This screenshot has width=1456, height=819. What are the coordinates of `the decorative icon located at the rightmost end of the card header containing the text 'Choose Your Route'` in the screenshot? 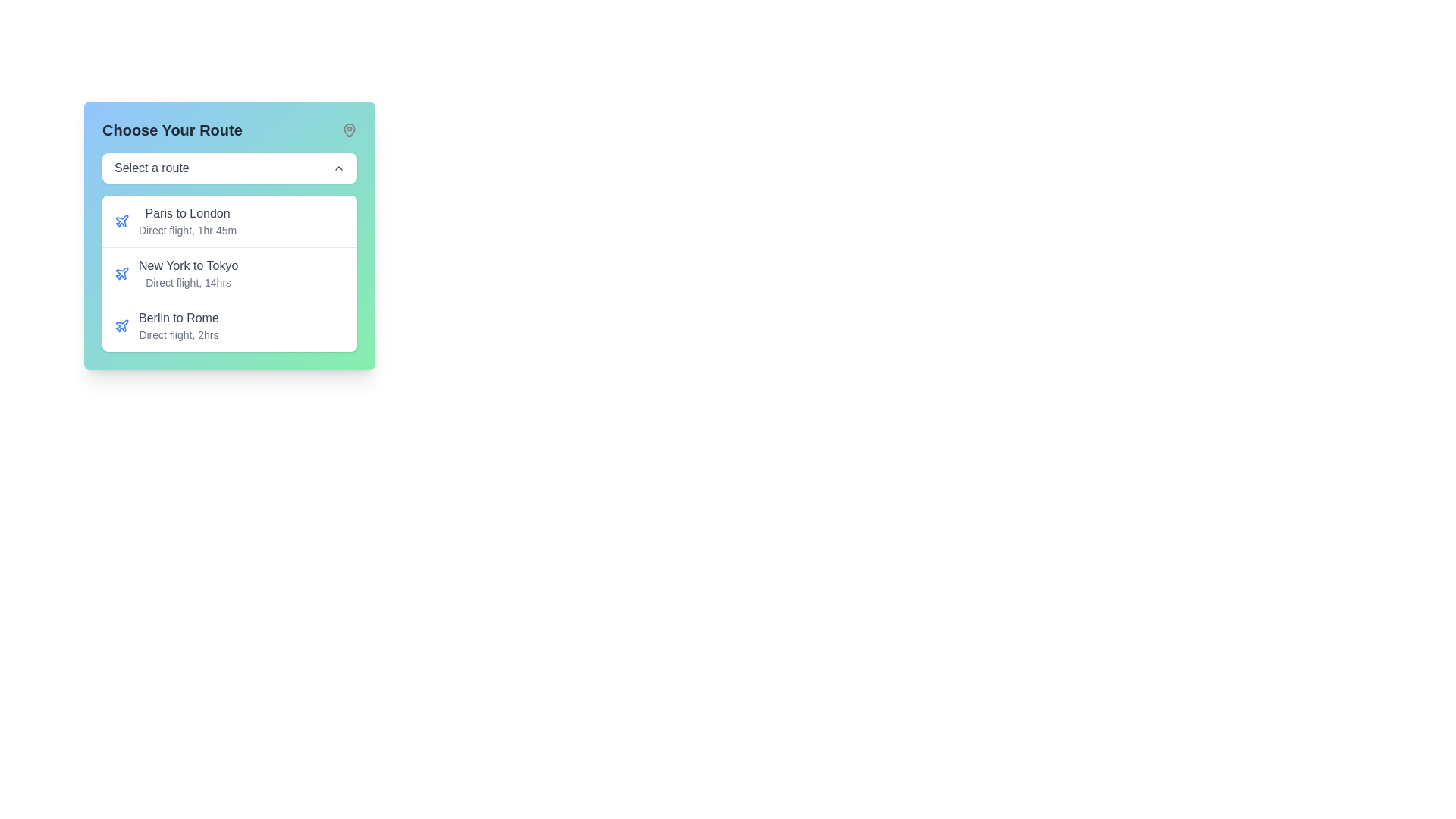 It's located at (348, 130).